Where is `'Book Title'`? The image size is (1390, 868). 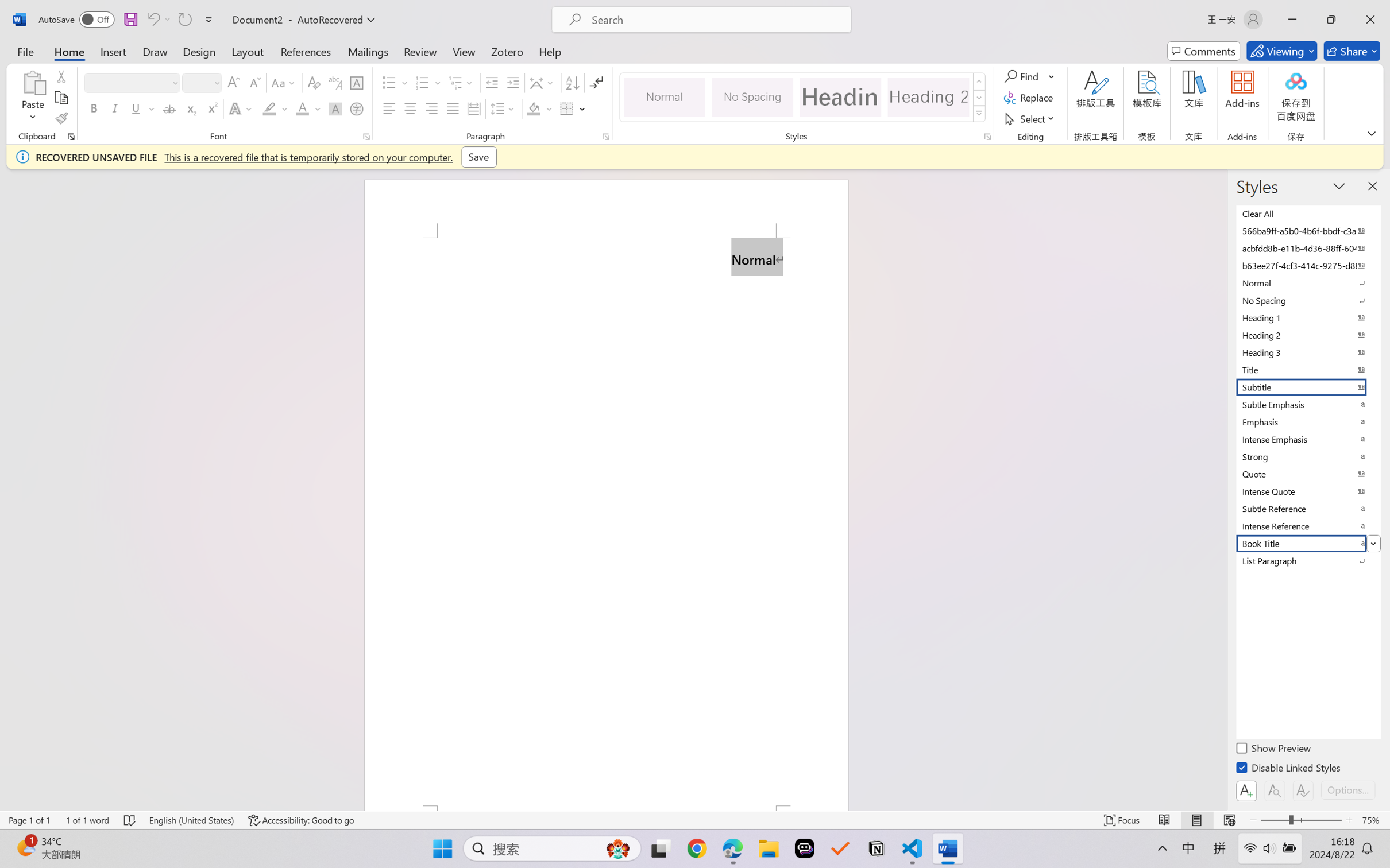
'Book Title' is located at coordinates (1307, 543).